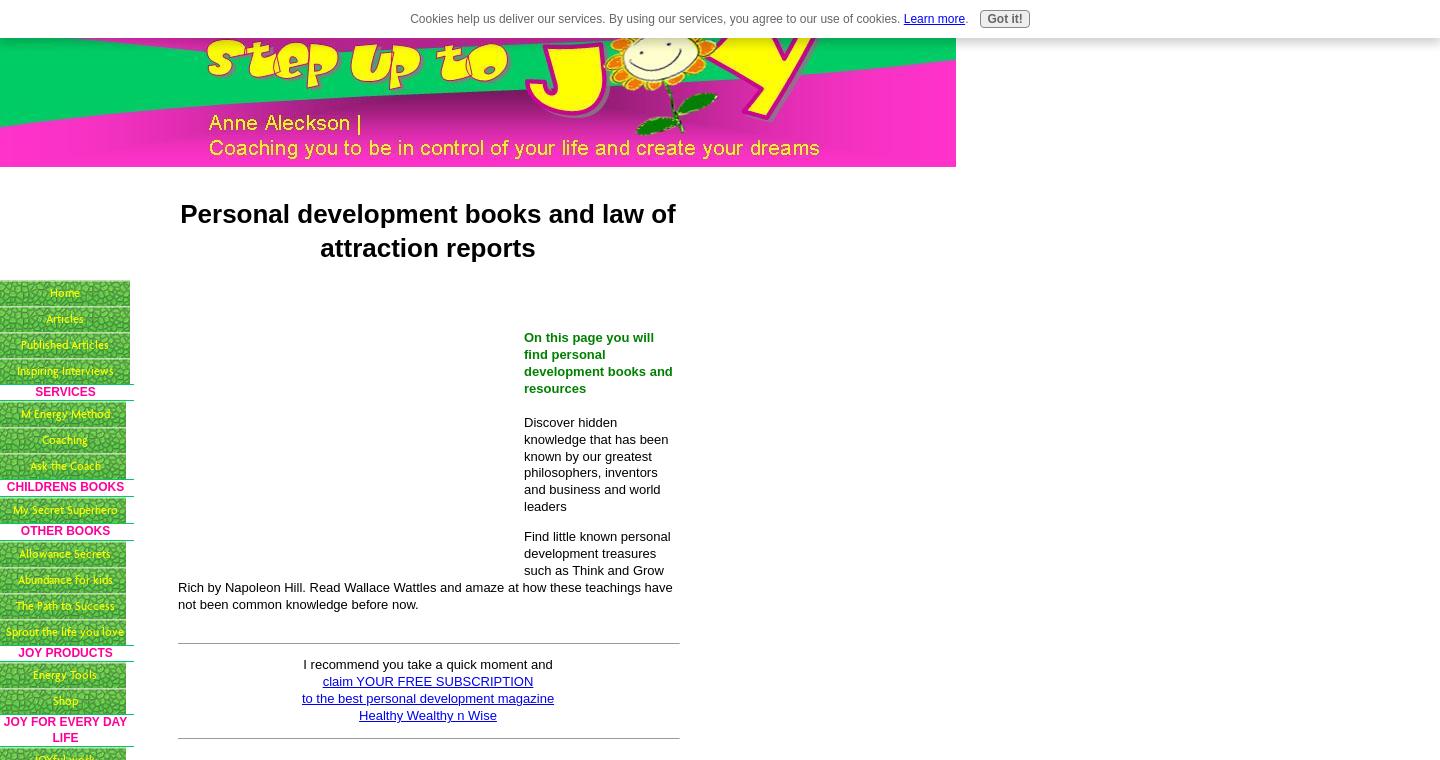  What do you see at coordinates (299, 698) in the screenshot?
I see `'to the best personal development magazine'` at bounding box center [299, 698].